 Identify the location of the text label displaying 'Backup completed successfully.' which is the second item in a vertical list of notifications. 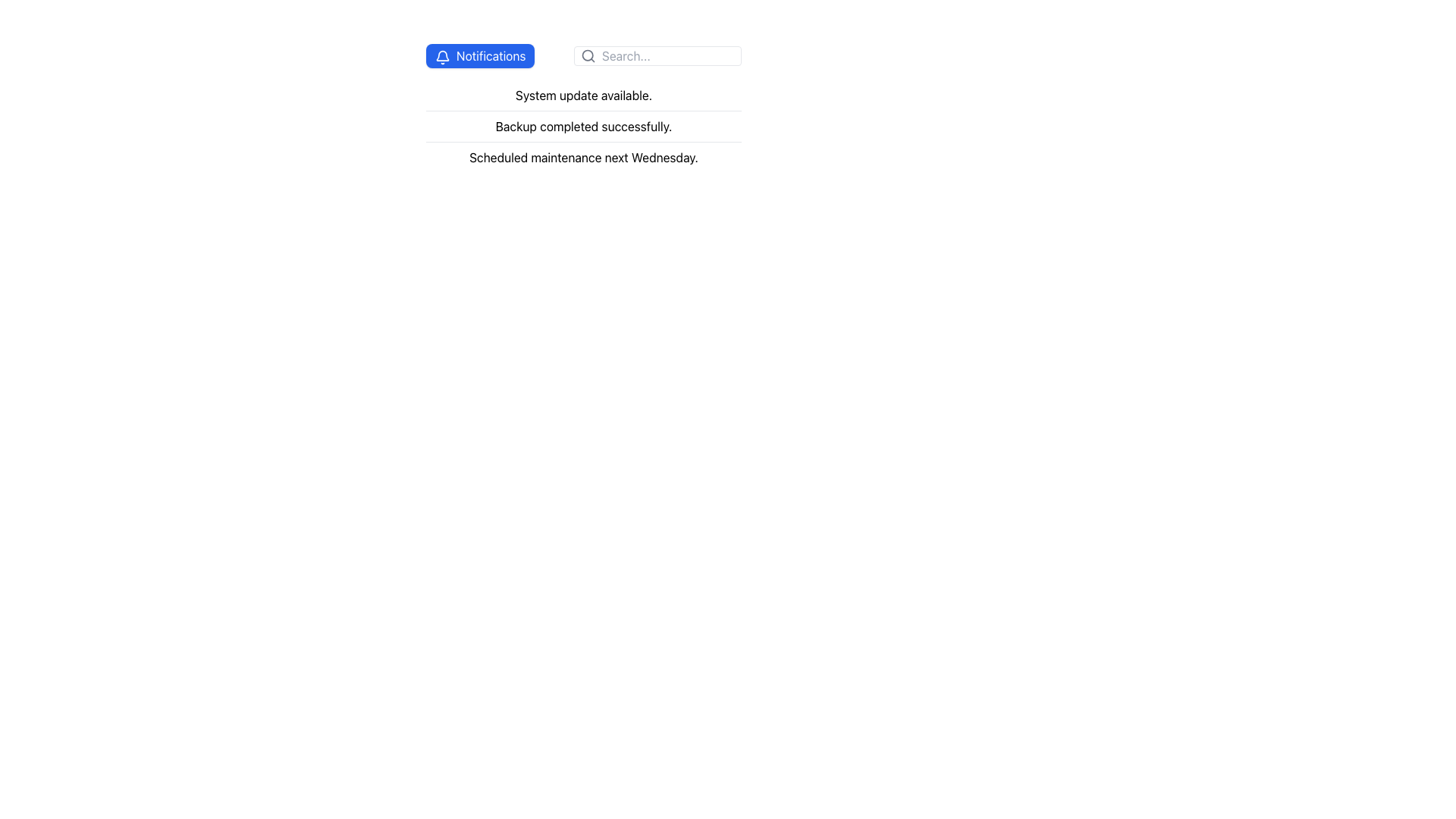
(582, 125).